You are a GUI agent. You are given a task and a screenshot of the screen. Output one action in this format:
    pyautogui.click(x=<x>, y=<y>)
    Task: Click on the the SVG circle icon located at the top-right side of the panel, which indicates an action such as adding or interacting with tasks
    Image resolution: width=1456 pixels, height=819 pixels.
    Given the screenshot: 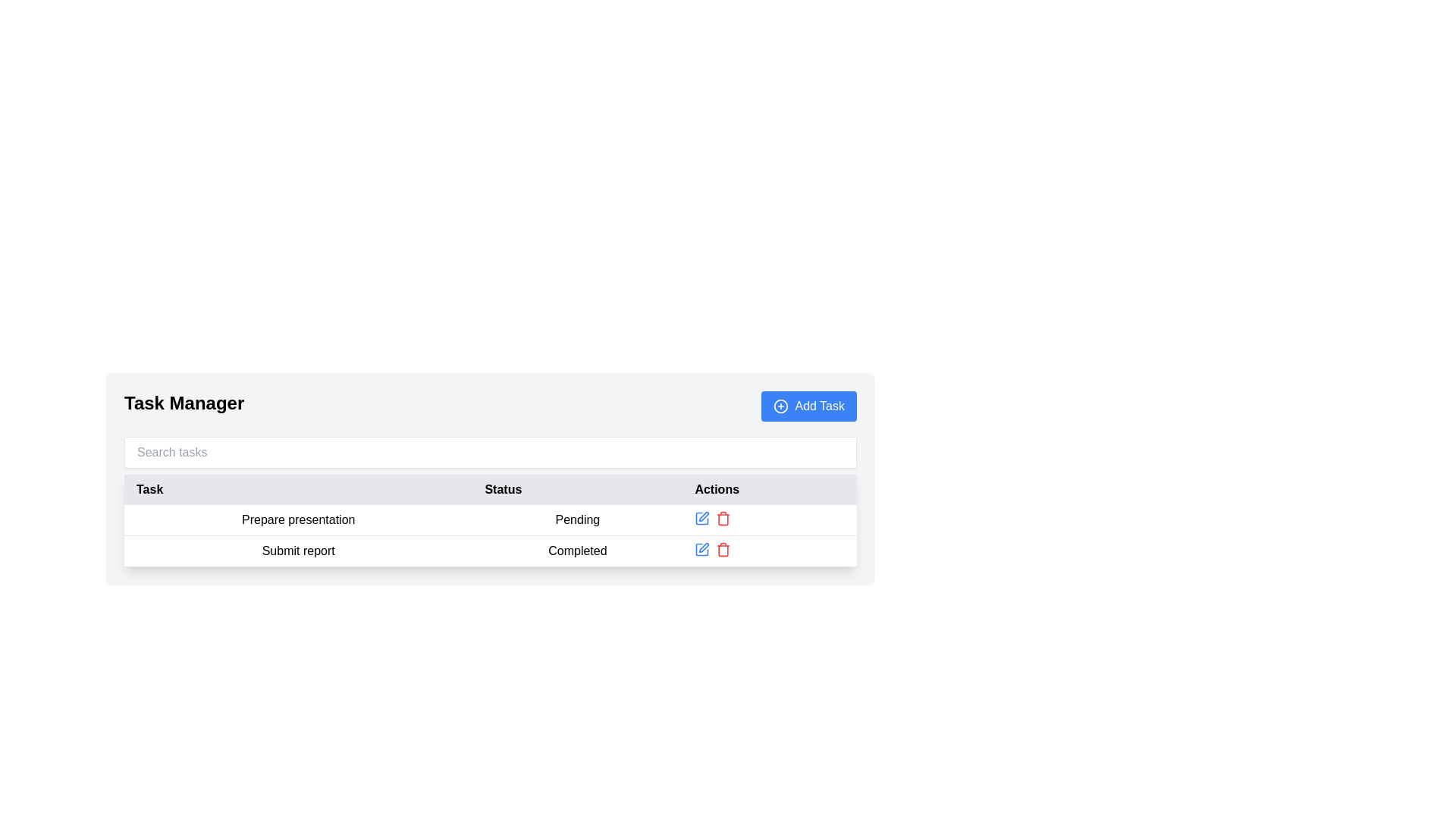 What is the action you would take?
    pyautogui.click(x=781, y=406)
    